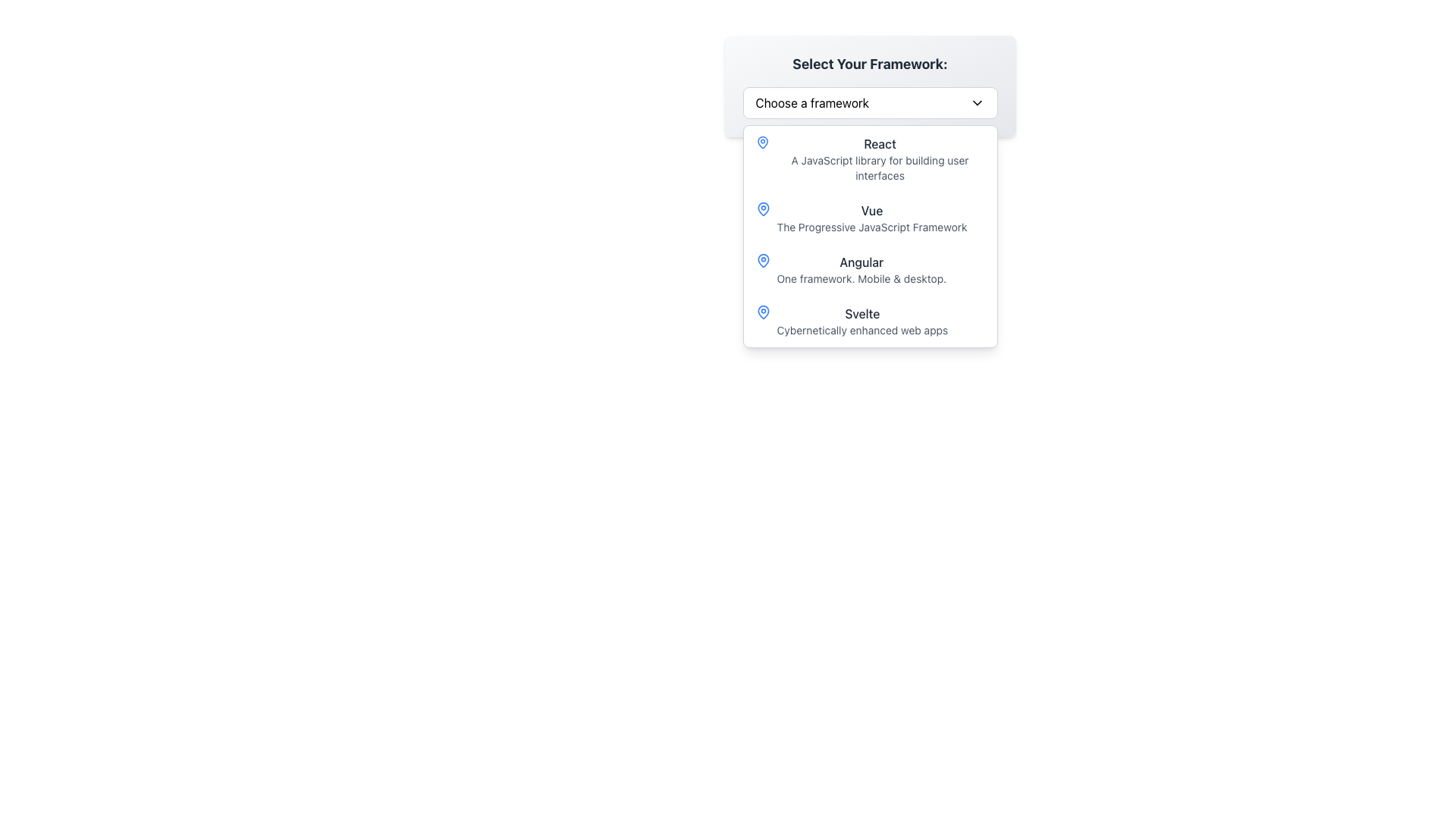 This screenshot has height=819, width=1456. What do you see at coordinates (763, 259) in the screenshot?
I see `the main body of the map pin graphic icon, which is filled with a light color and surrounded by a blue stroke, located next to the 'Angular' label in the dropdown menu` at bounding box center [763, 259].